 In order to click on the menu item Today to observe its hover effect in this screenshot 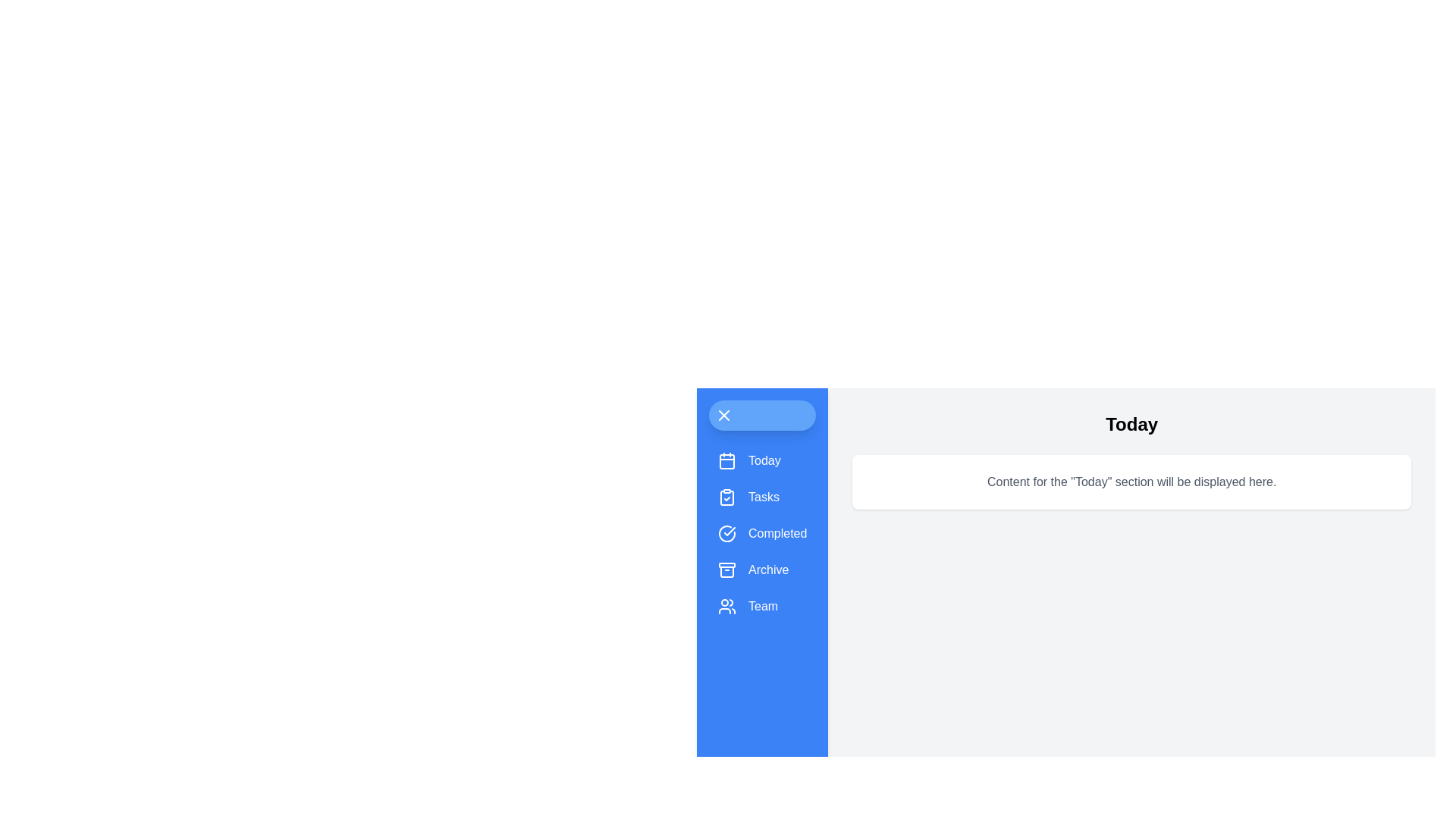, I will do `click(762, 460)`.